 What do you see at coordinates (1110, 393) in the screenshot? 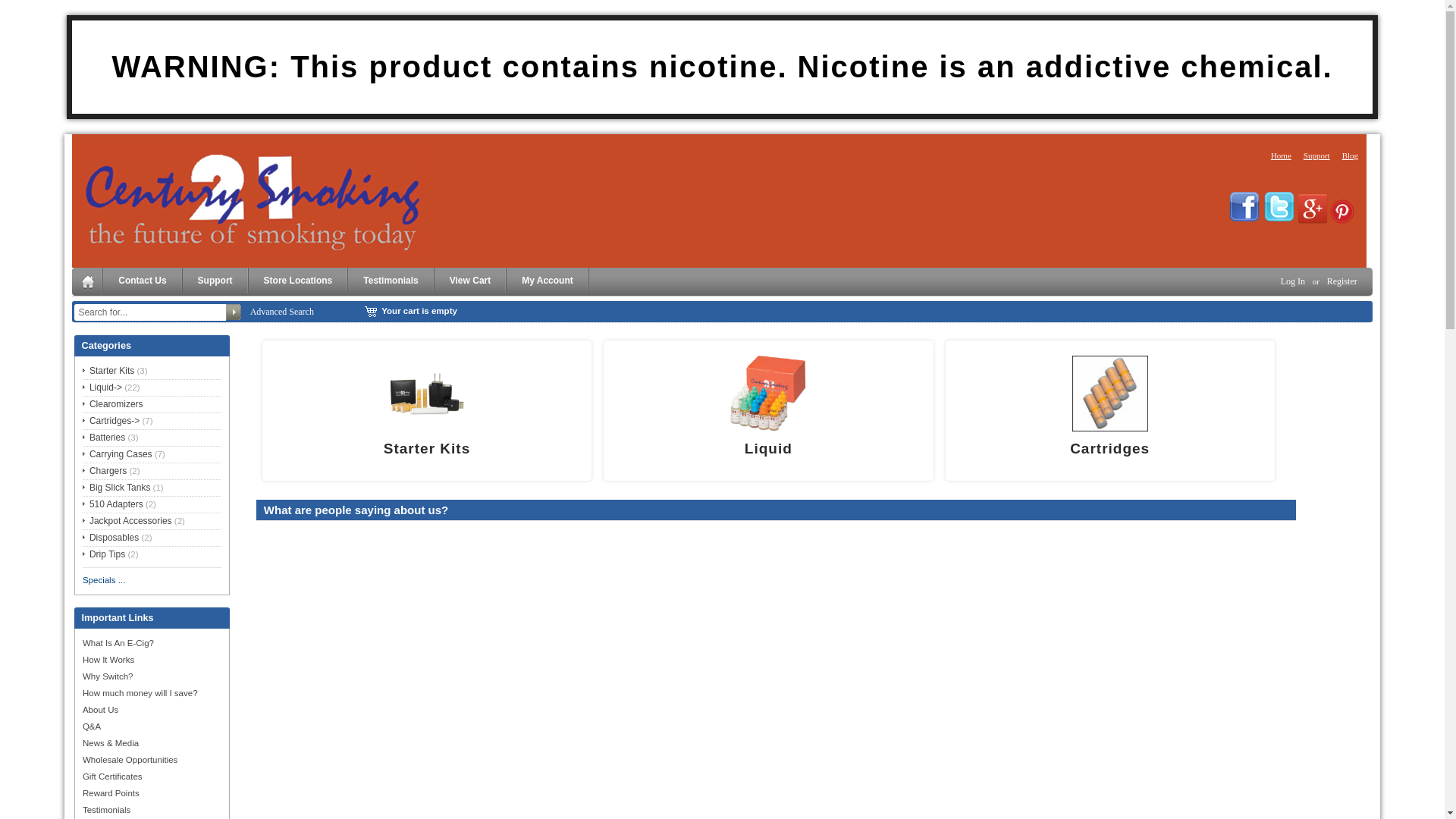
I see `' Cartridges'` at bounding box center [1110, 393].